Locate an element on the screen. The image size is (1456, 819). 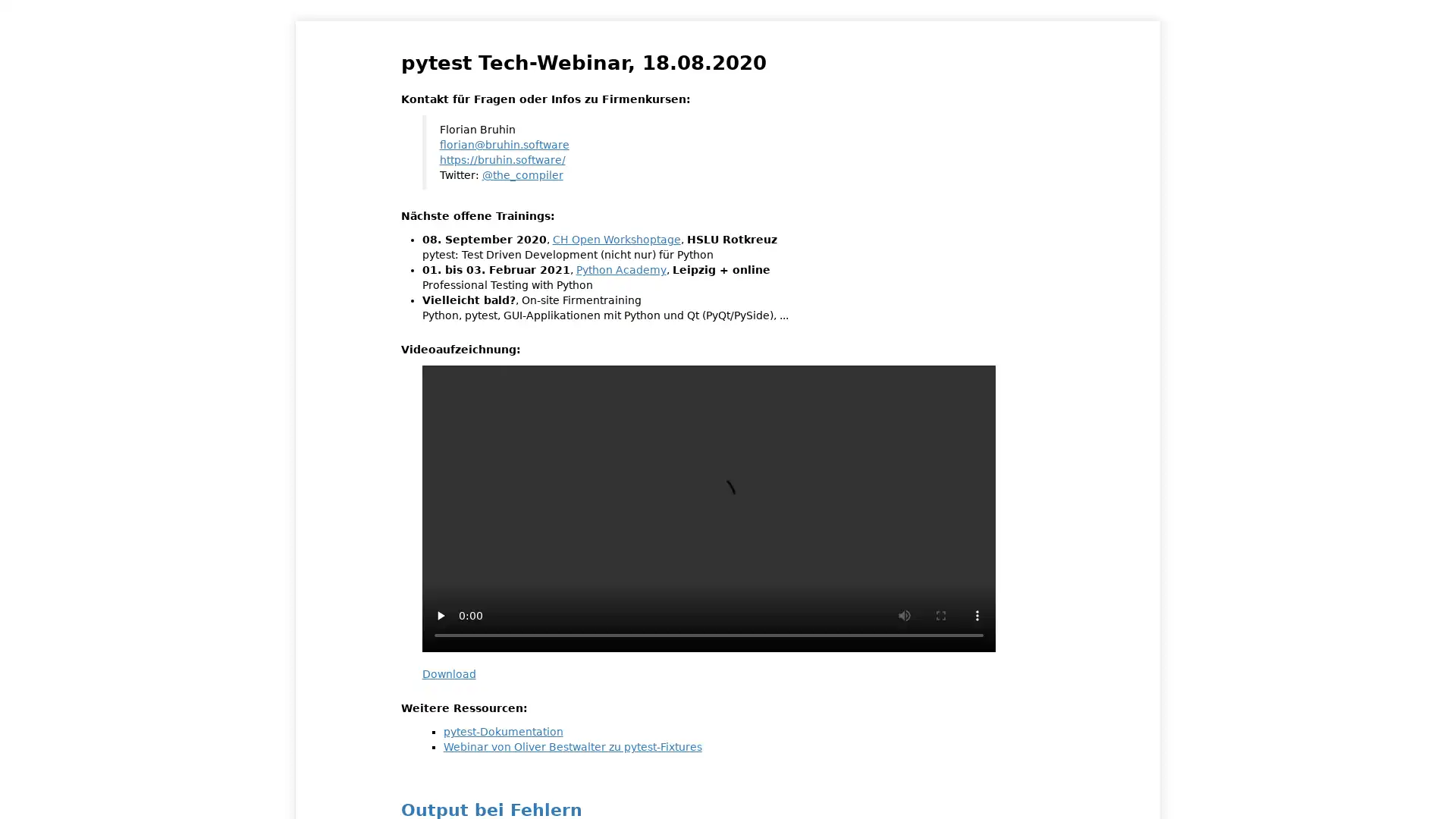
enter full screen is located at coordinates (939, 616).